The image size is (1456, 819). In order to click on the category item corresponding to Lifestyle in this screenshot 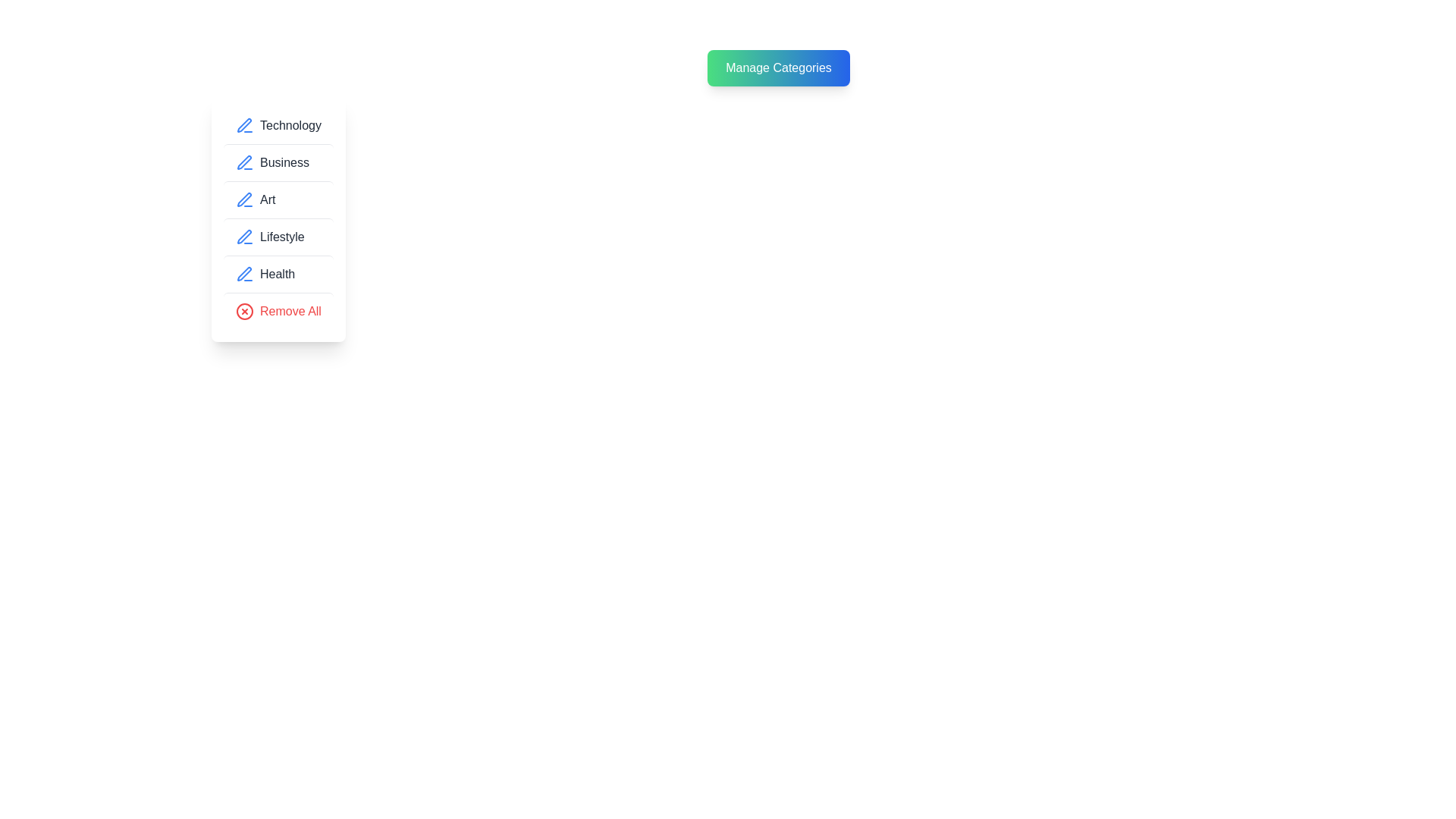, I will do `click(278, 237)`.